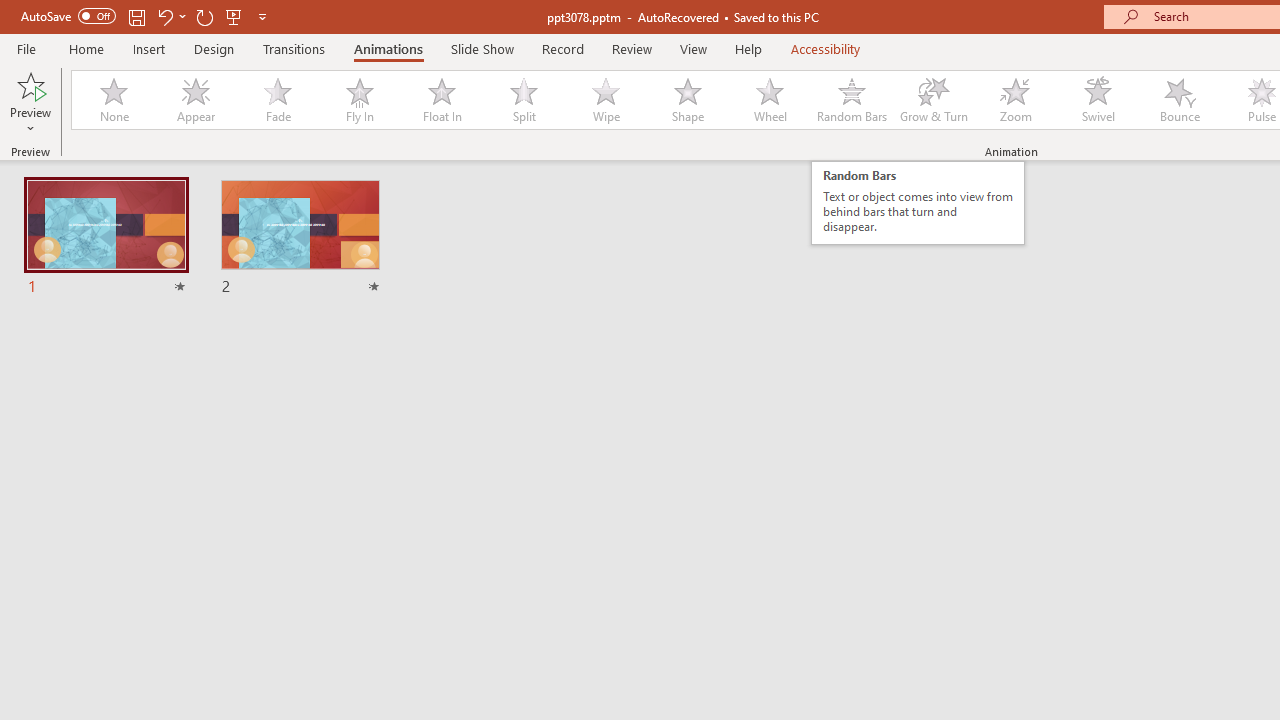 The width and height of the screenshot is (1280, 720). Describe the element at coordinates (769, 100) in the screenshot. I see `'Wheel'` at that location.